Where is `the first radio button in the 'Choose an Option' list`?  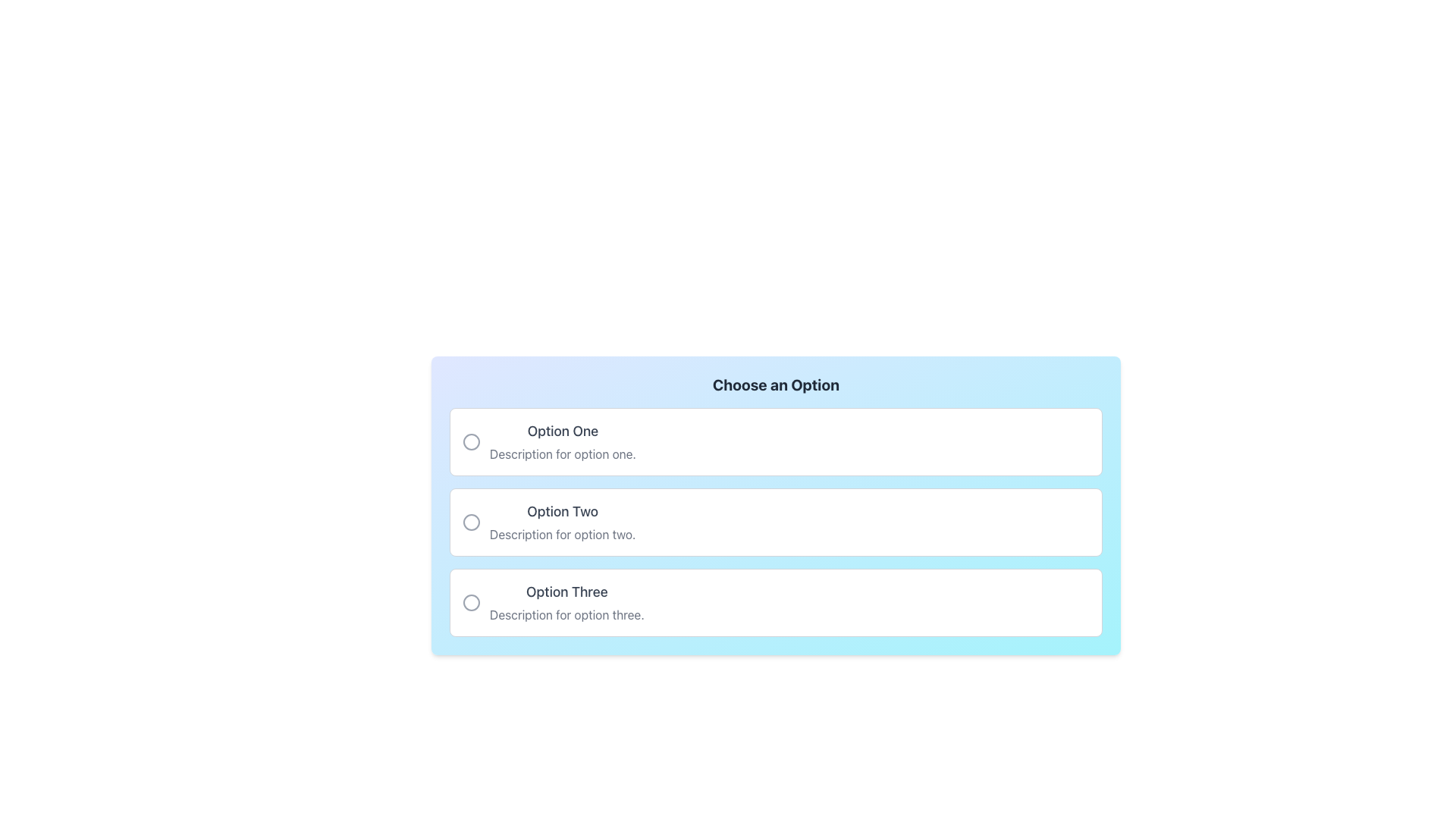
the first radio button in the 'Choose an Option' list is located at coordinates (471, 441).